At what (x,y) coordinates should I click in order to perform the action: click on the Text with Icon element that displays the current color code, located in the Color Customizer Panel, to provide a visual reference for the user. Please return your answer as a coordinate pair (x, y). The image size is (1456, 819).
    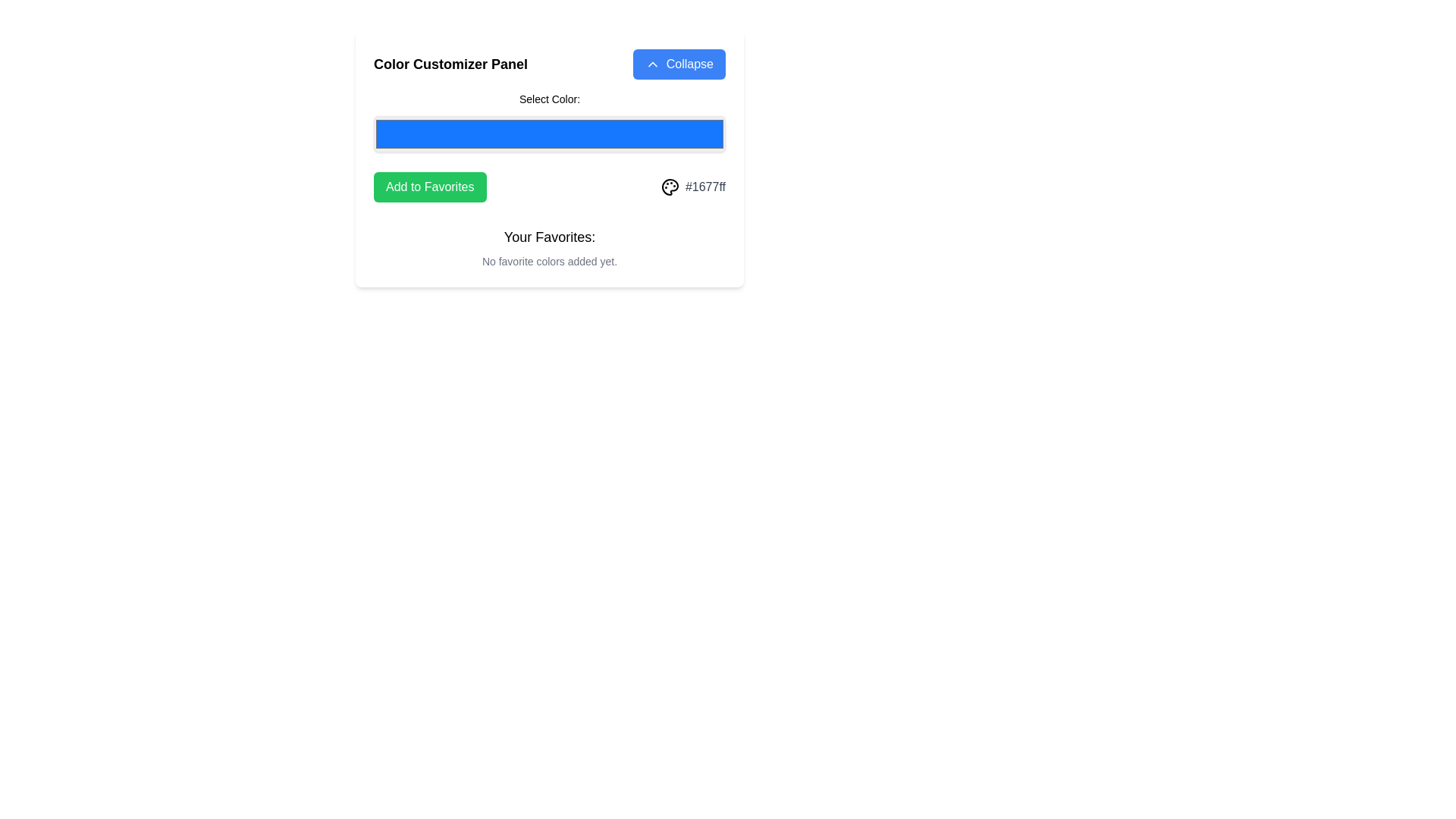
    Looking at the image, I should click on (692, 186).